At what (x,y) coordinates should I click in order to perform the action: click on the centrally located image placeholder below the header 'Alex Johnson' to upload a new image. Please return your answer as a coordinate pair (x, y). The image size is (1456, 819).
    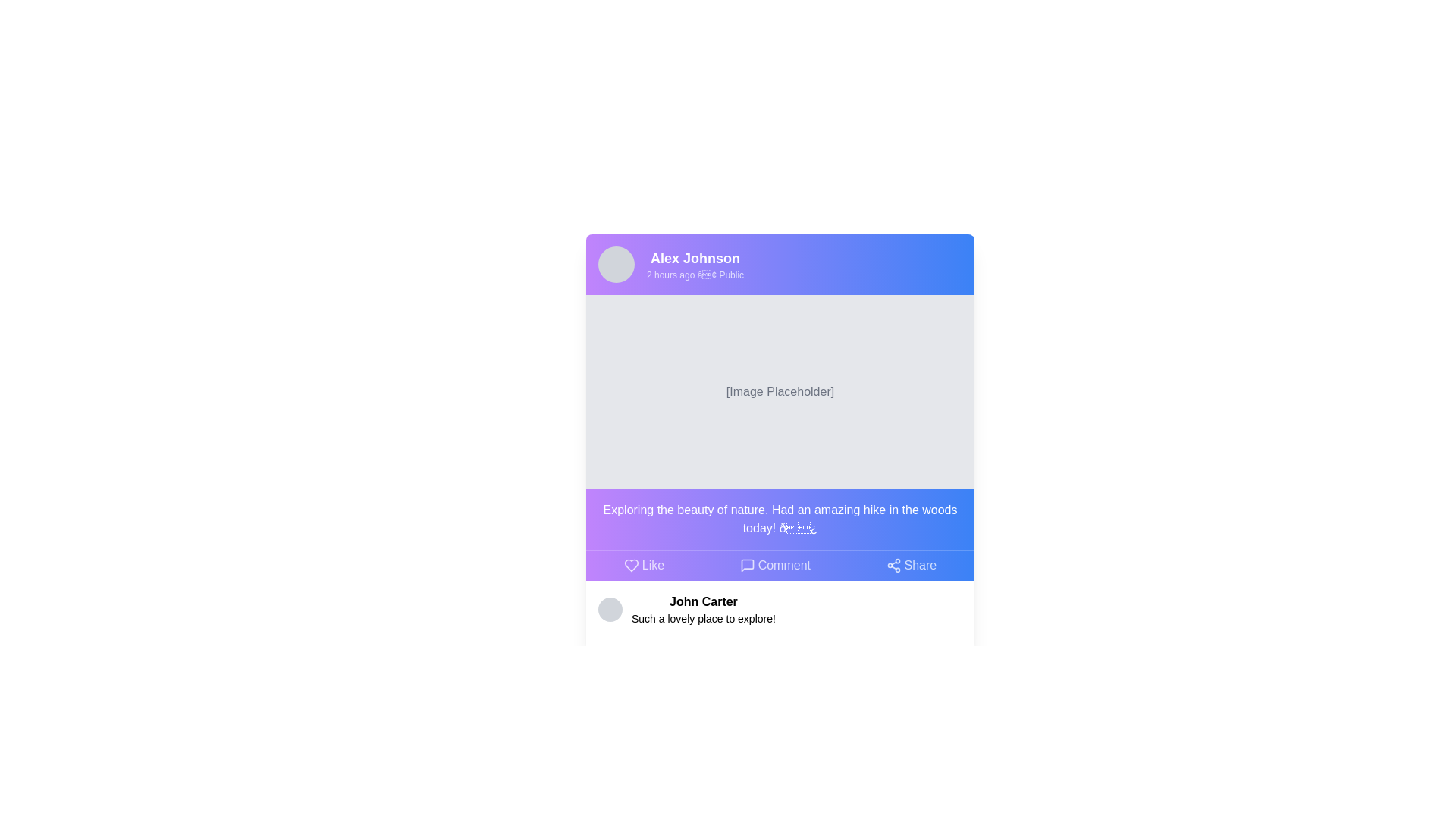
    Looking at the image, I should click on (780, 391).